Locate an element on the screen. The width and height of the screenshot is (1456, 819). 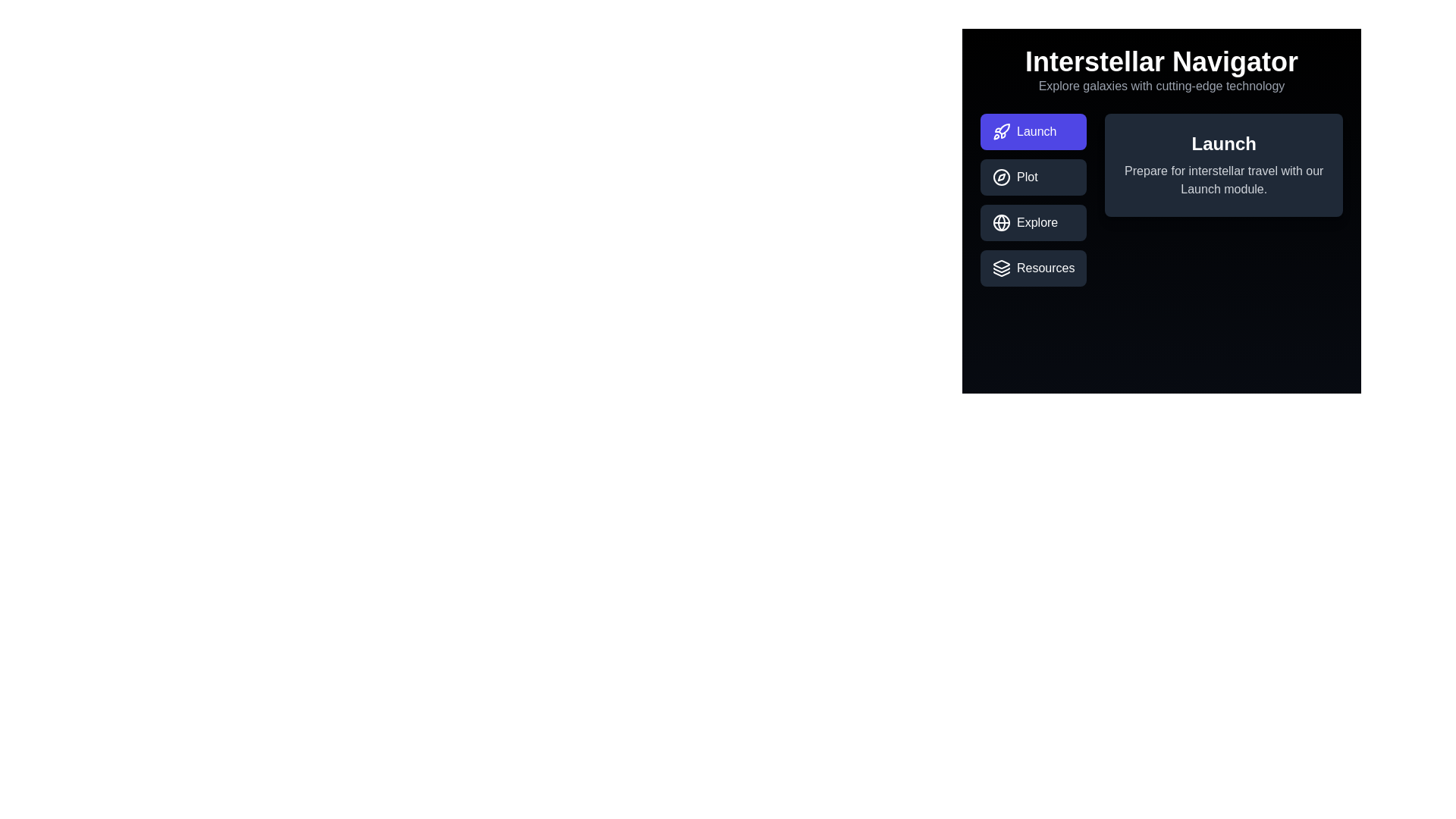
the tab labeled Launch to observe the visual feedback is located at coordinates (1033, 130).